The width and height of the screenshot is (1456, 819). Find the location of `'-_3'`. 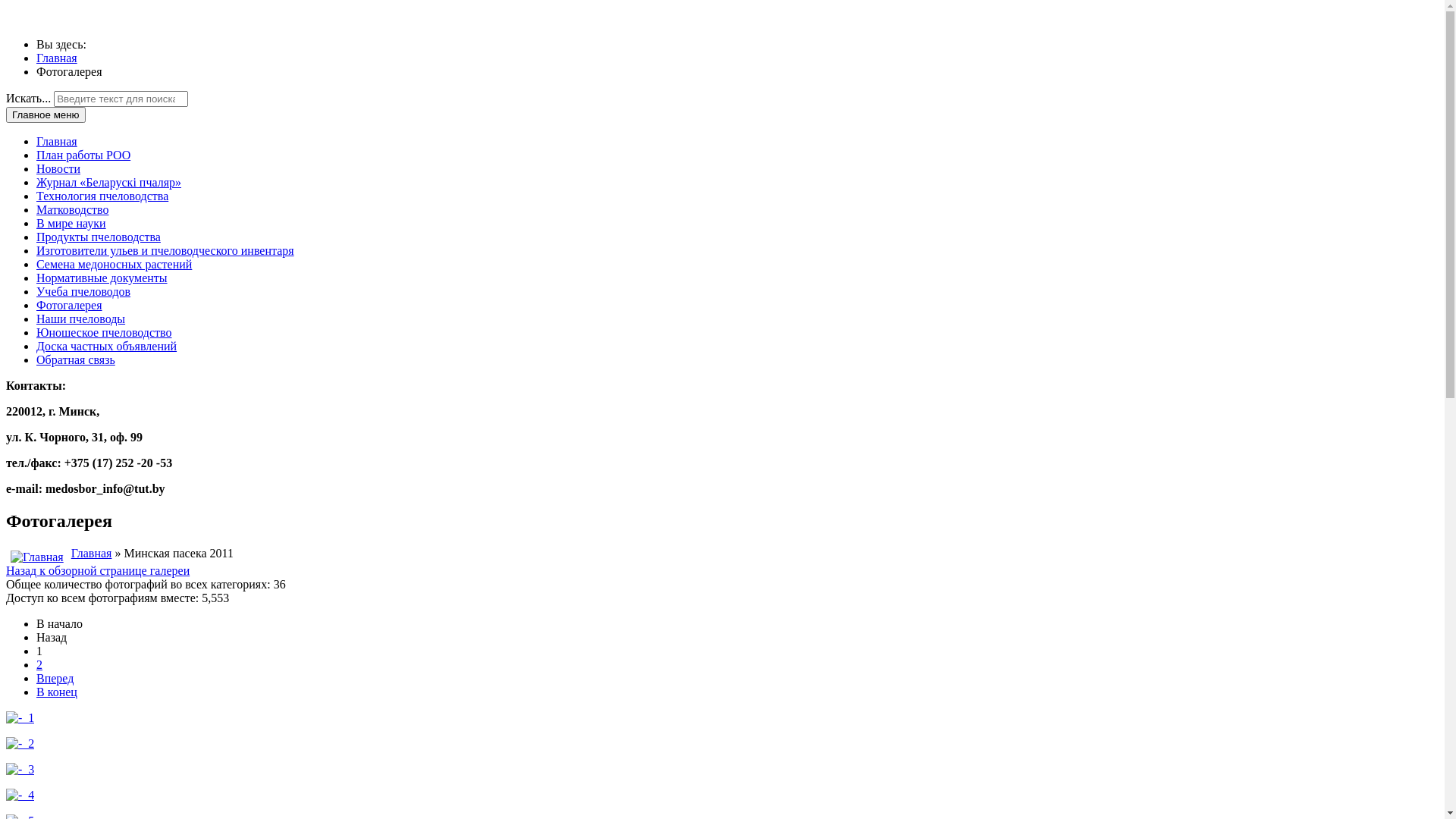

'-_3' is located at coordinates (20, 769).